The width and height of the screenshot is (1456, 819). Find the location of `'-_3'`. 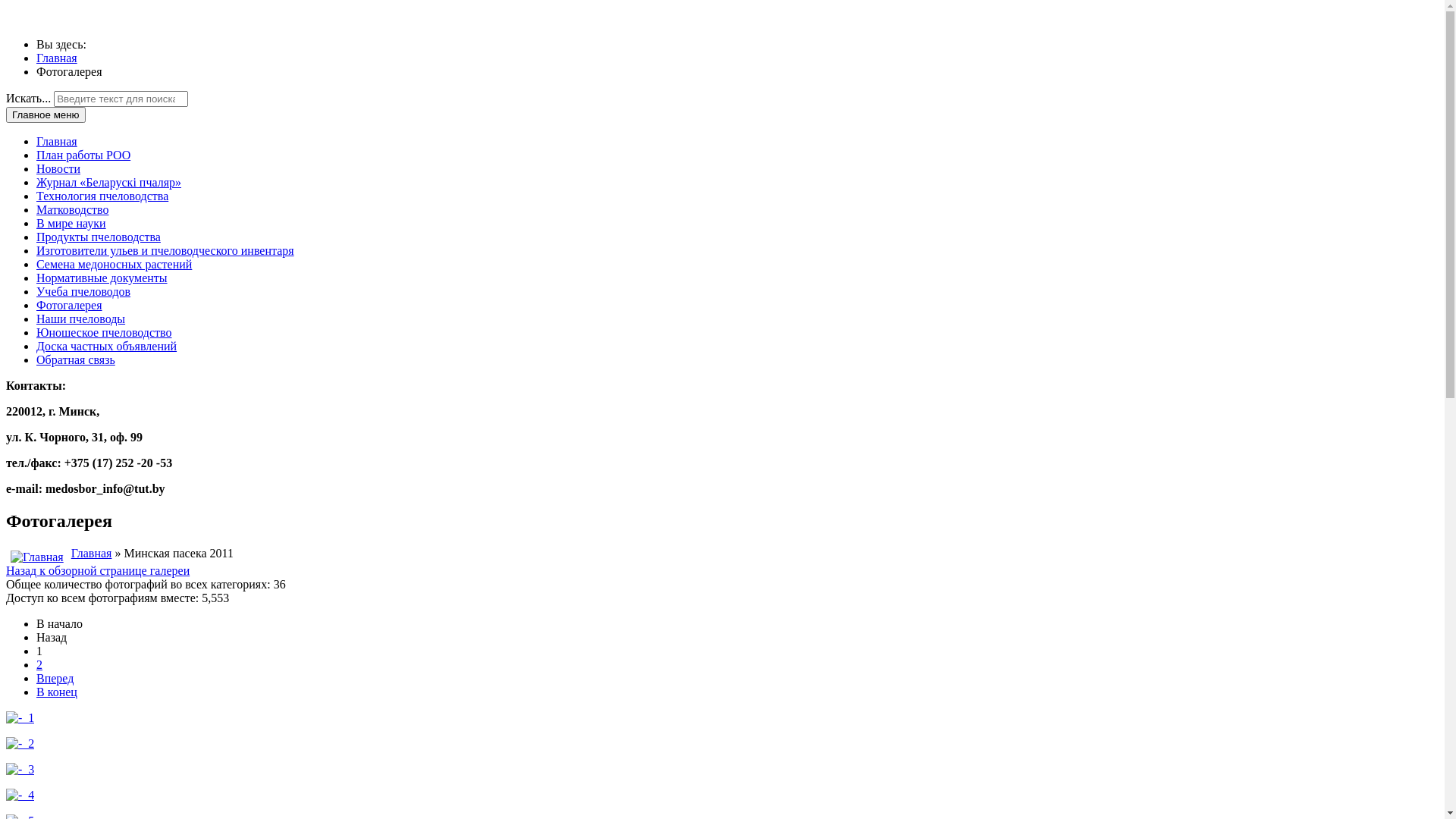

'-_3' is located at coordinates (20, 769).